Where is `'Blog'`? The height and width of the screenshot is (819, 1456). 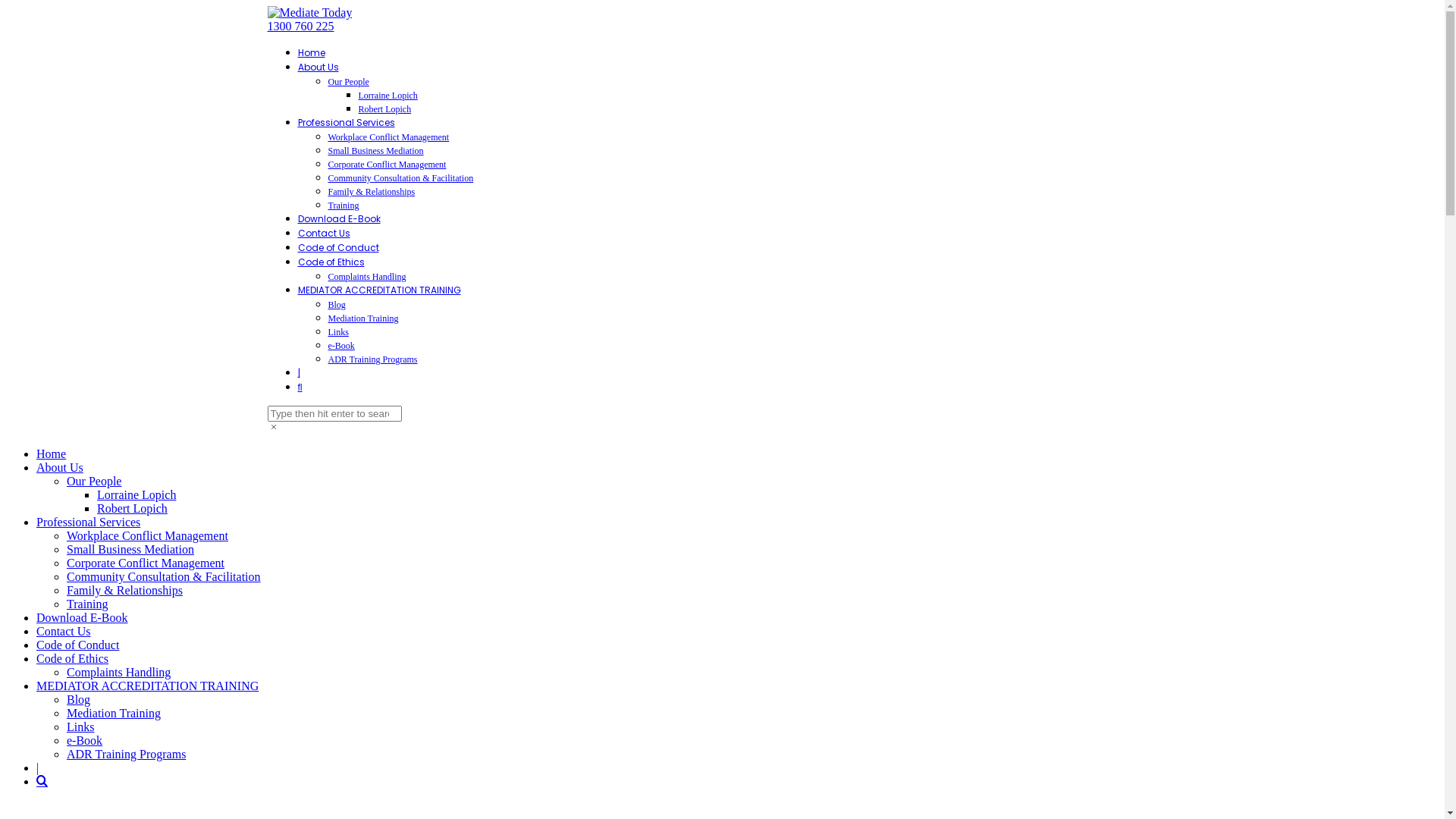 'Blog' is located at coordinates (335, 304).